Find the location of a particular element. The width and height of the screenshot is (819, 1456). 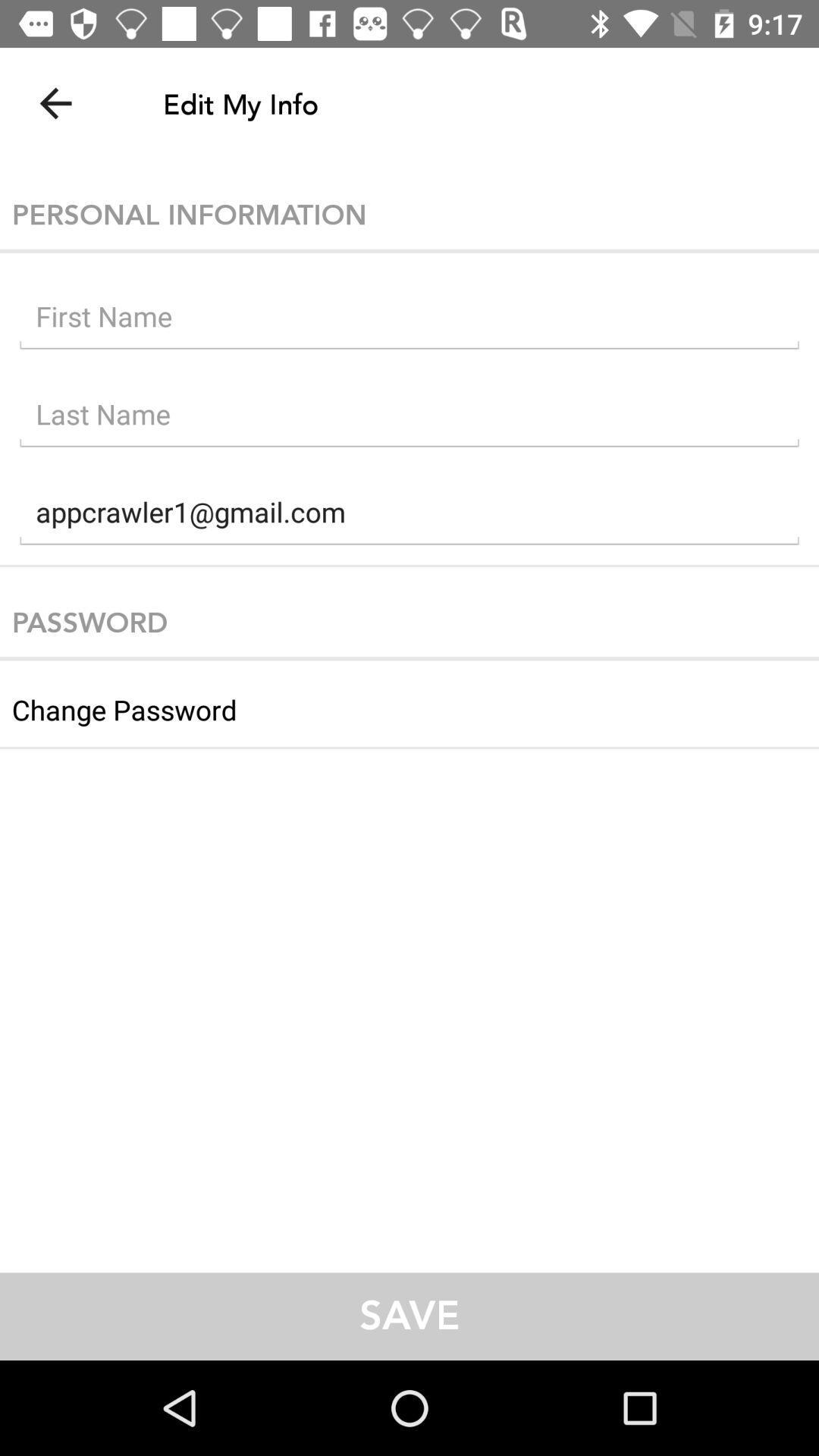

change password item is located at coordinates (409, 703).